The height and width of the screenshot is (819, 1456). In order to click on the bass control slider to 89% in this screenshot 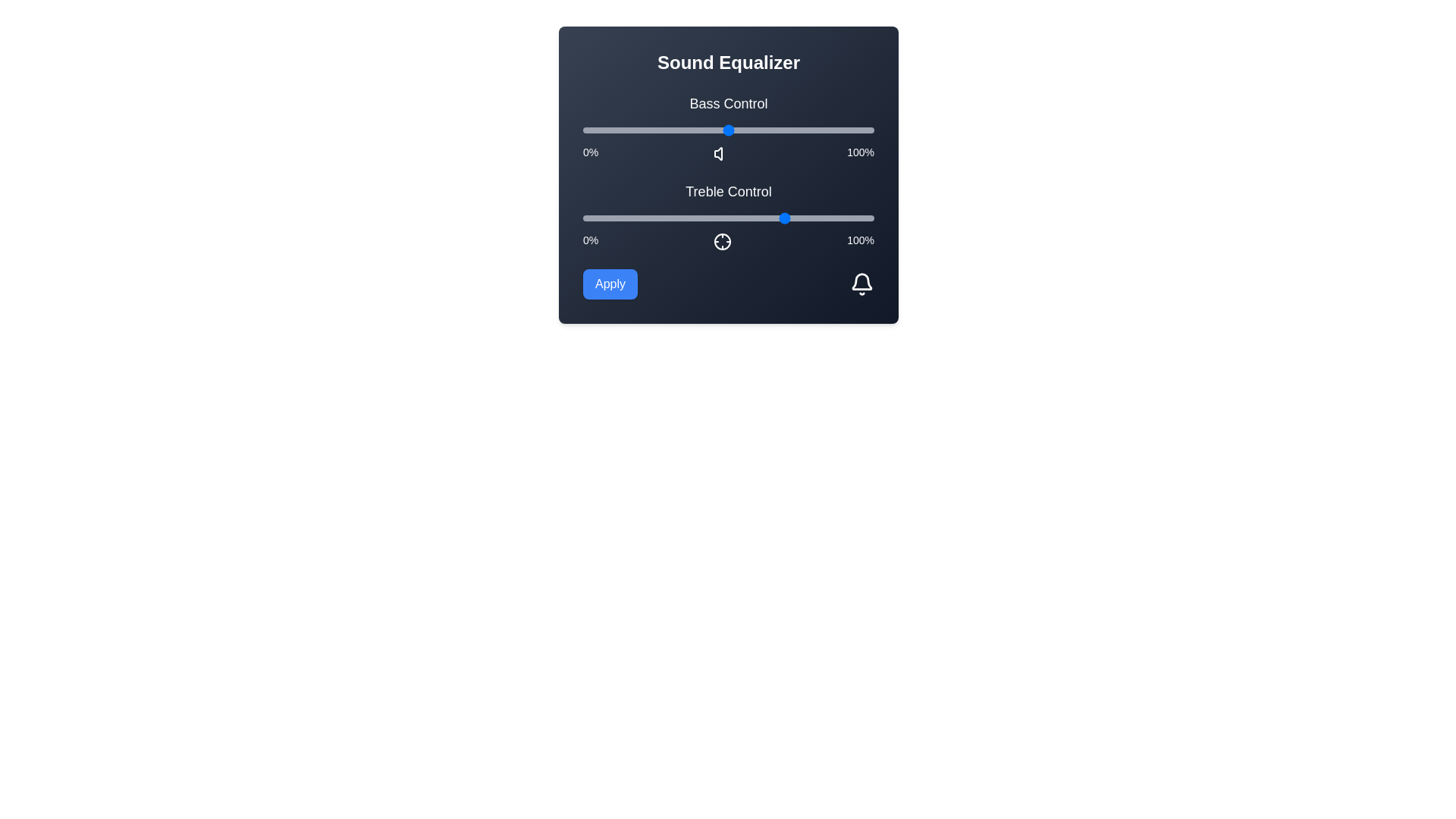, I will do `click(841, 130)`.